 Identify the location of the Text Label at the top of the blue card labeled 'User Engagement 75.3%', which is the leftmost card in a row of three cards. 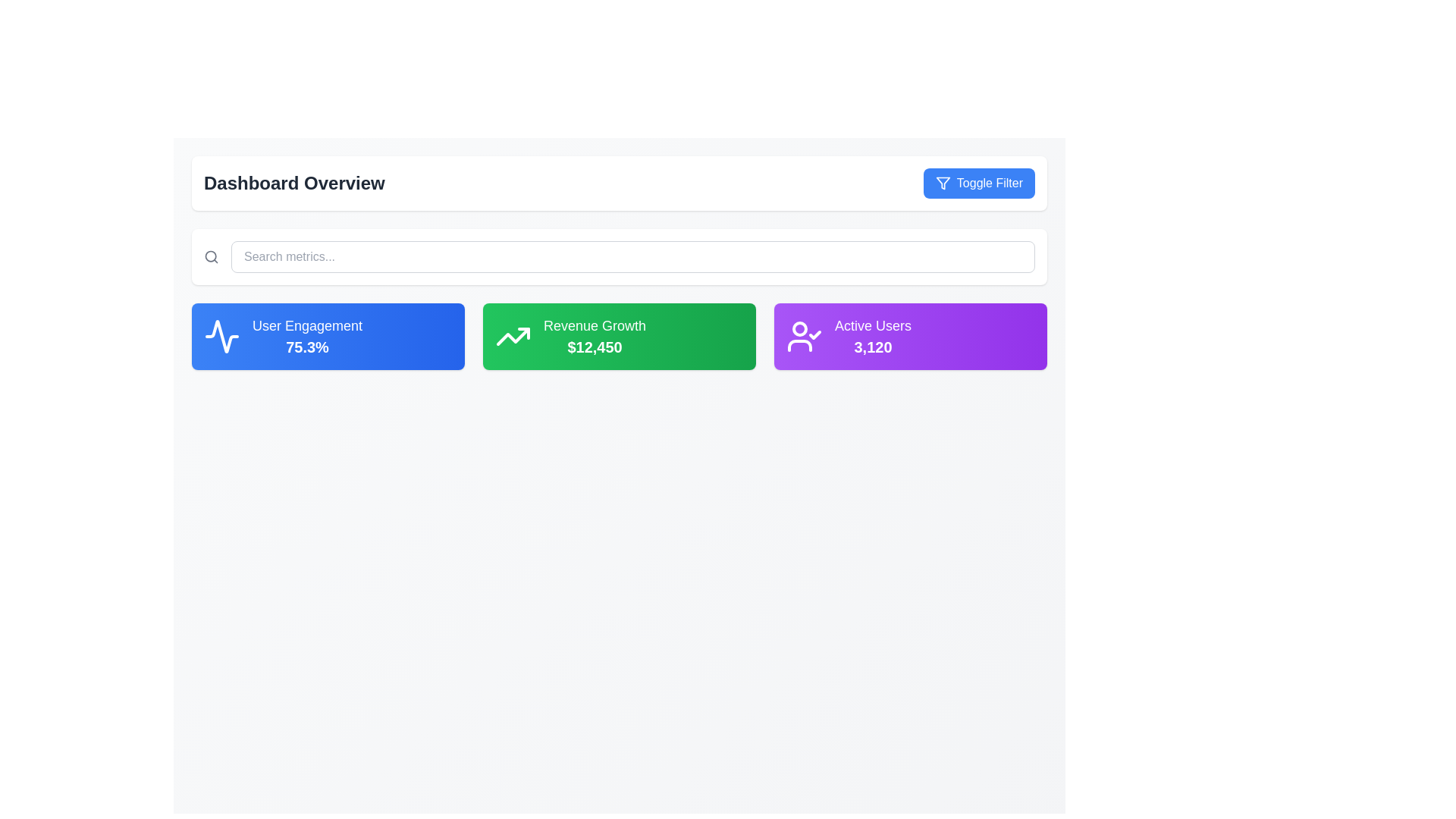
(306, 325).